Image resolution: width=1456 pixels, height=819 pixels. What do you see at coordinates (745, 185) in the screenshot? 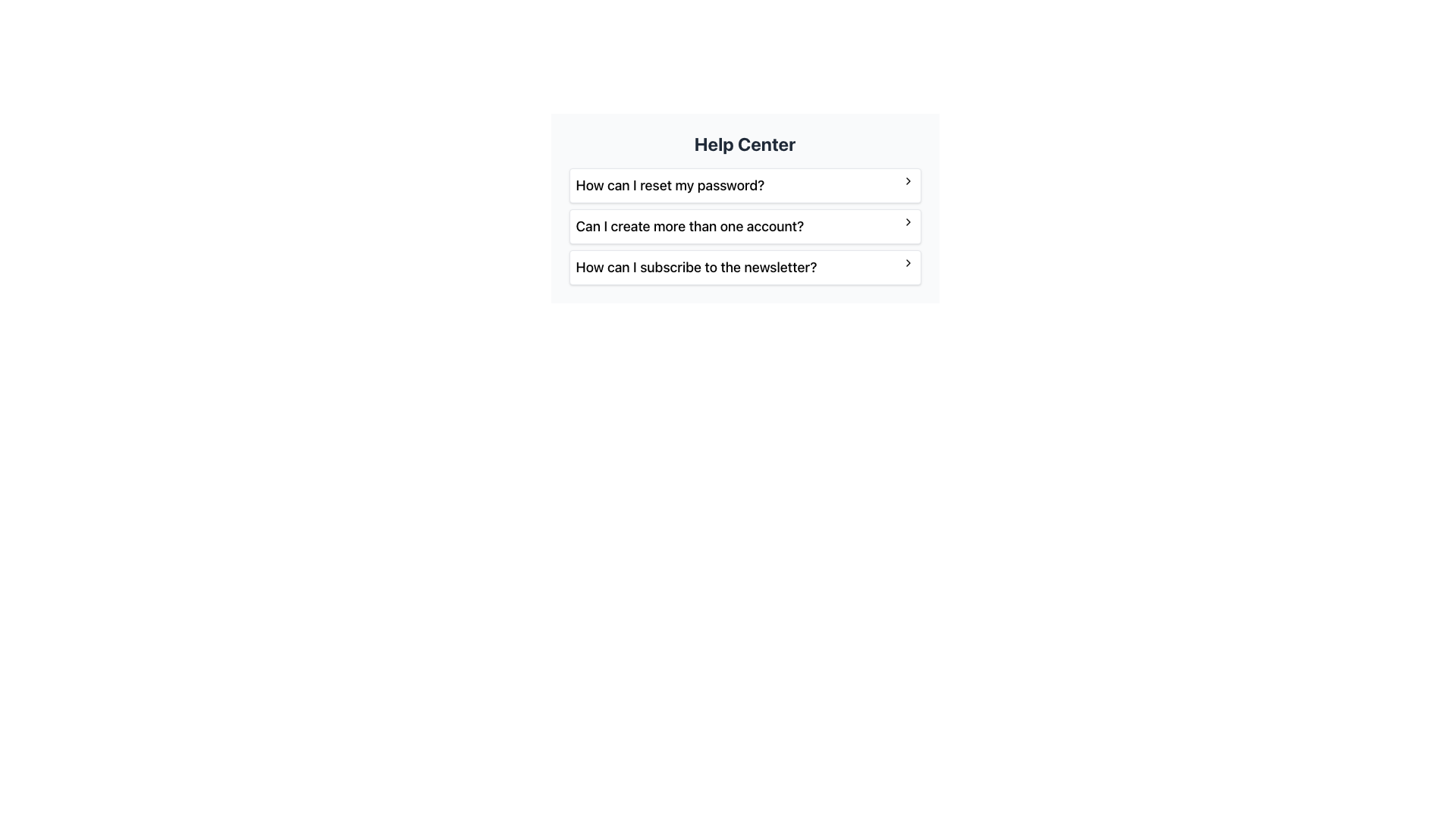
I see `the first clickable FAQ entry related to resetting a password` at bounding box center [745, 185].